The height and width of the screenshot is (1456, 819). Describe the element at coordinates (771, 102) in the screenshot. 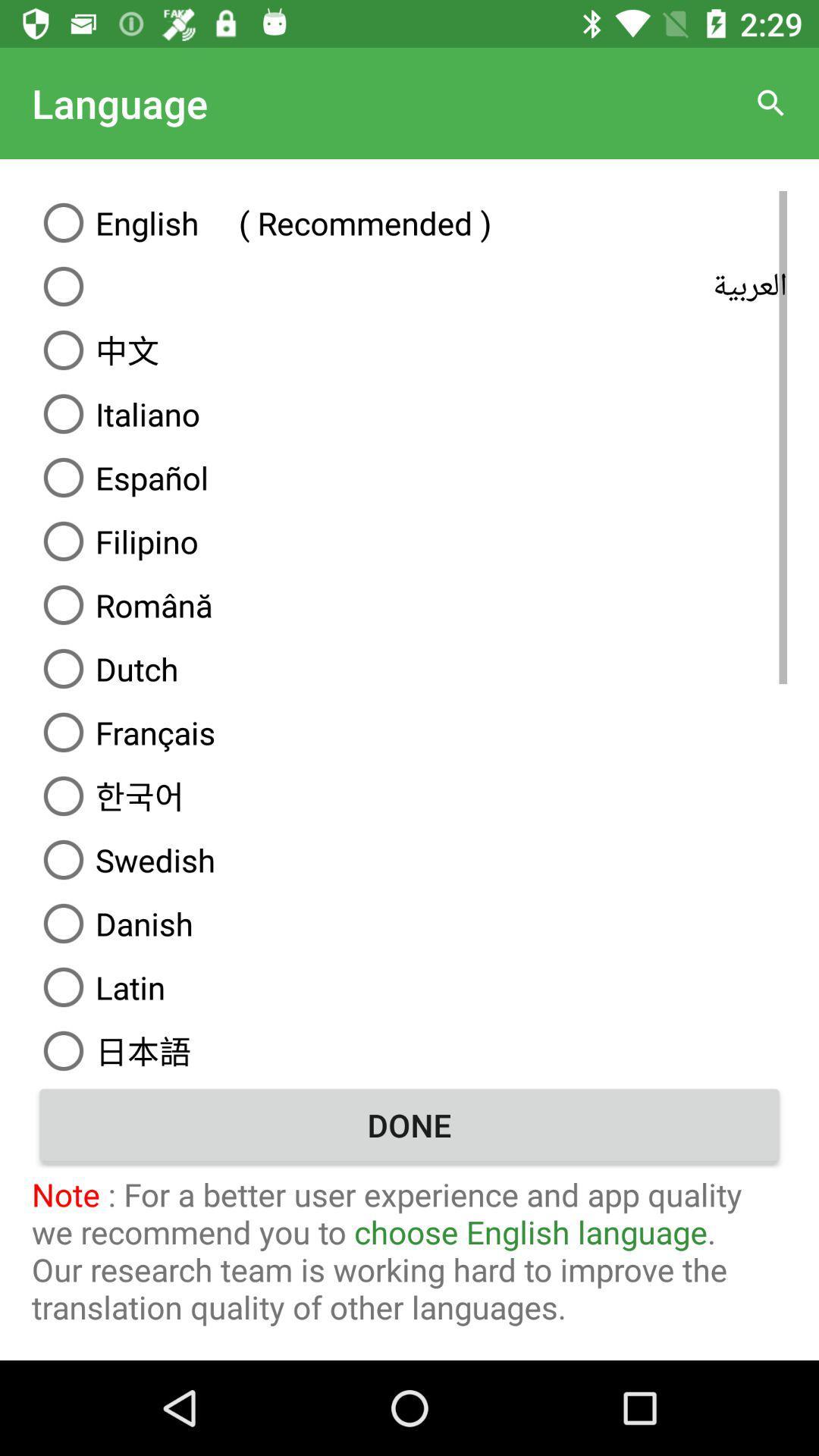

I see `icon above english     ( recommended )` at that location.